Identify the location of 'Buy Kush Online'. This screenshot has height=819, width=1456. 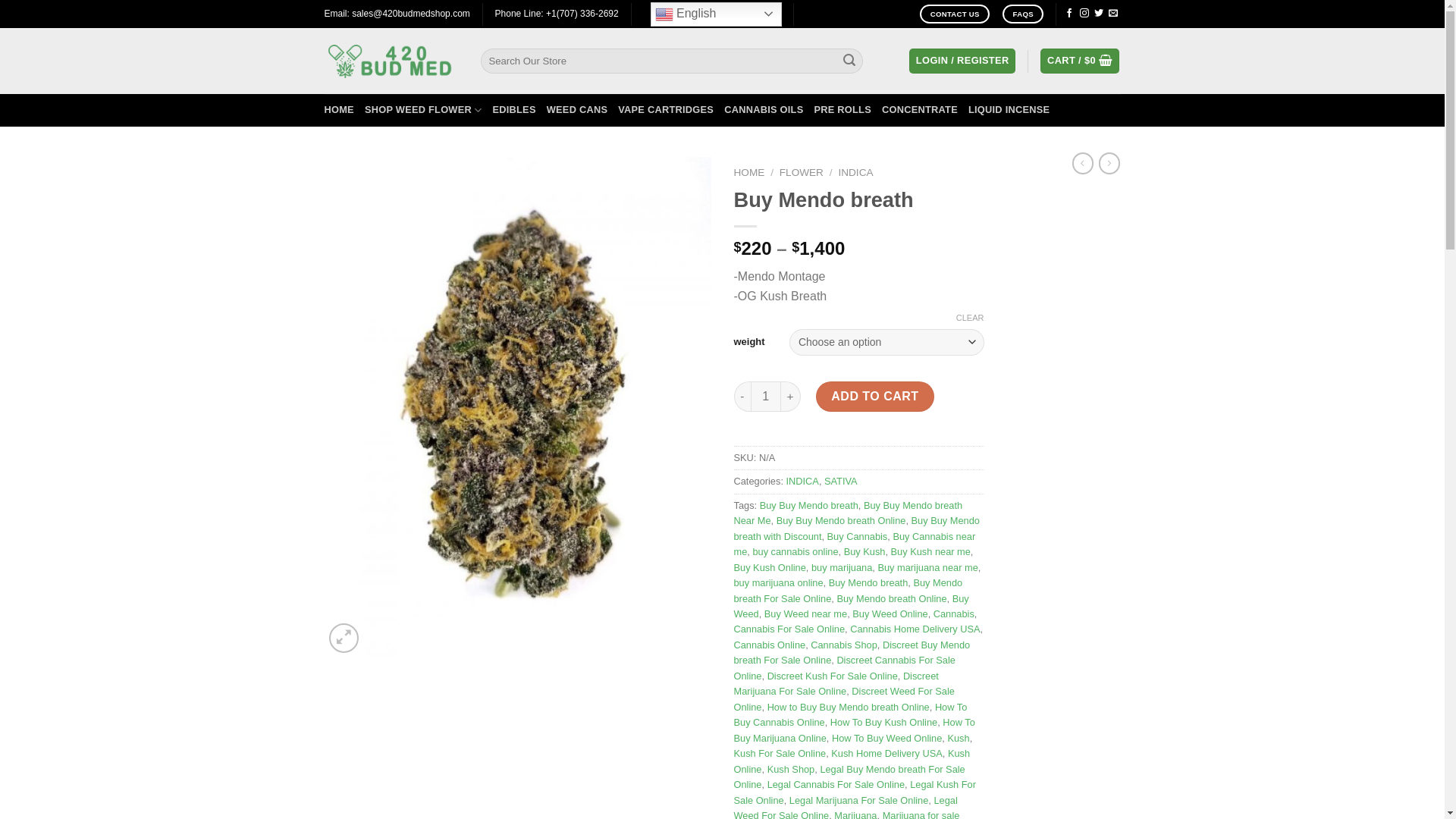
(734, 567).